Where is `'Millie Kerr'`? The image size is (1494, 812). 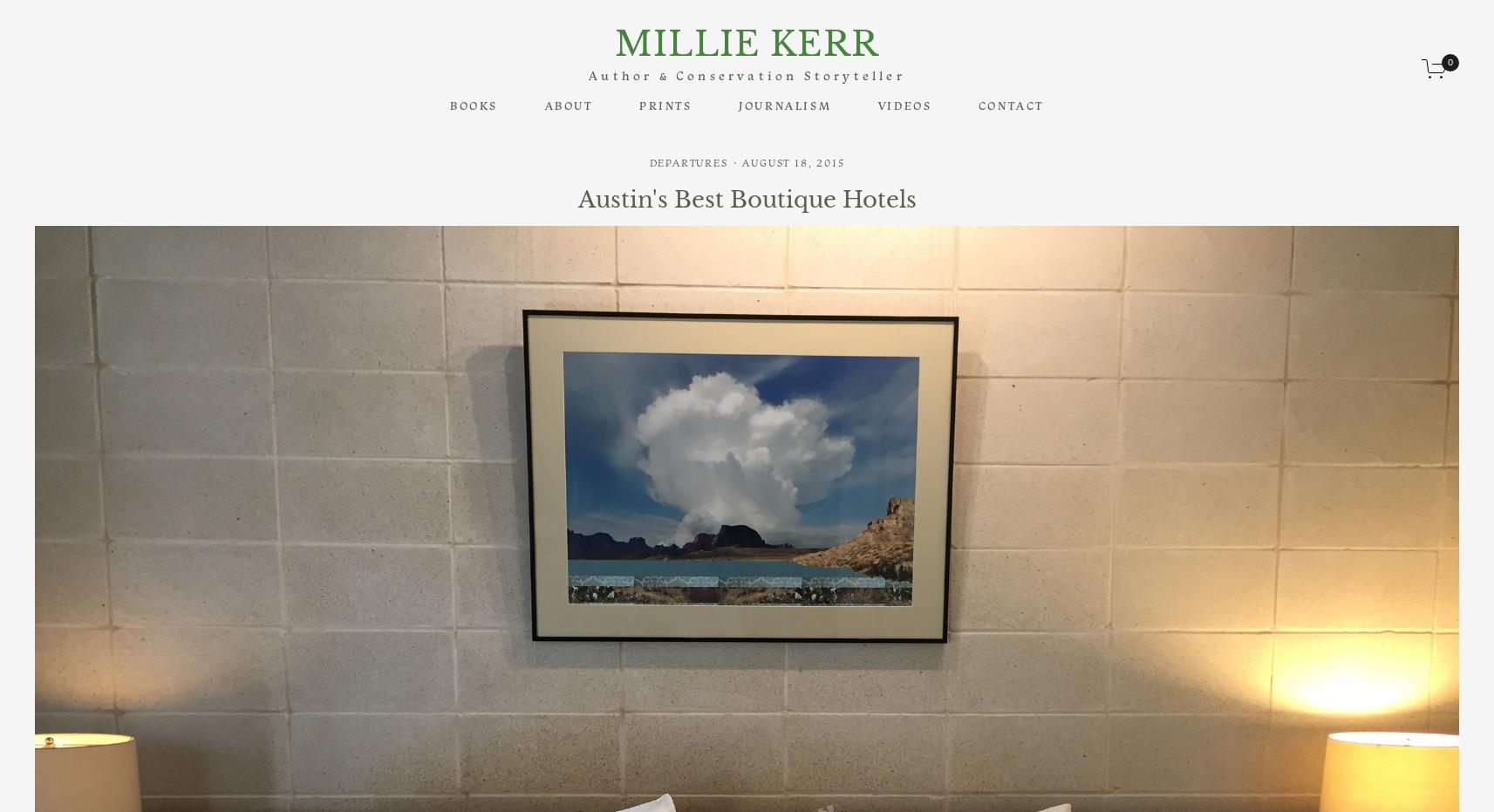 'Millie Kerr' is located at coordinates (745, 42).